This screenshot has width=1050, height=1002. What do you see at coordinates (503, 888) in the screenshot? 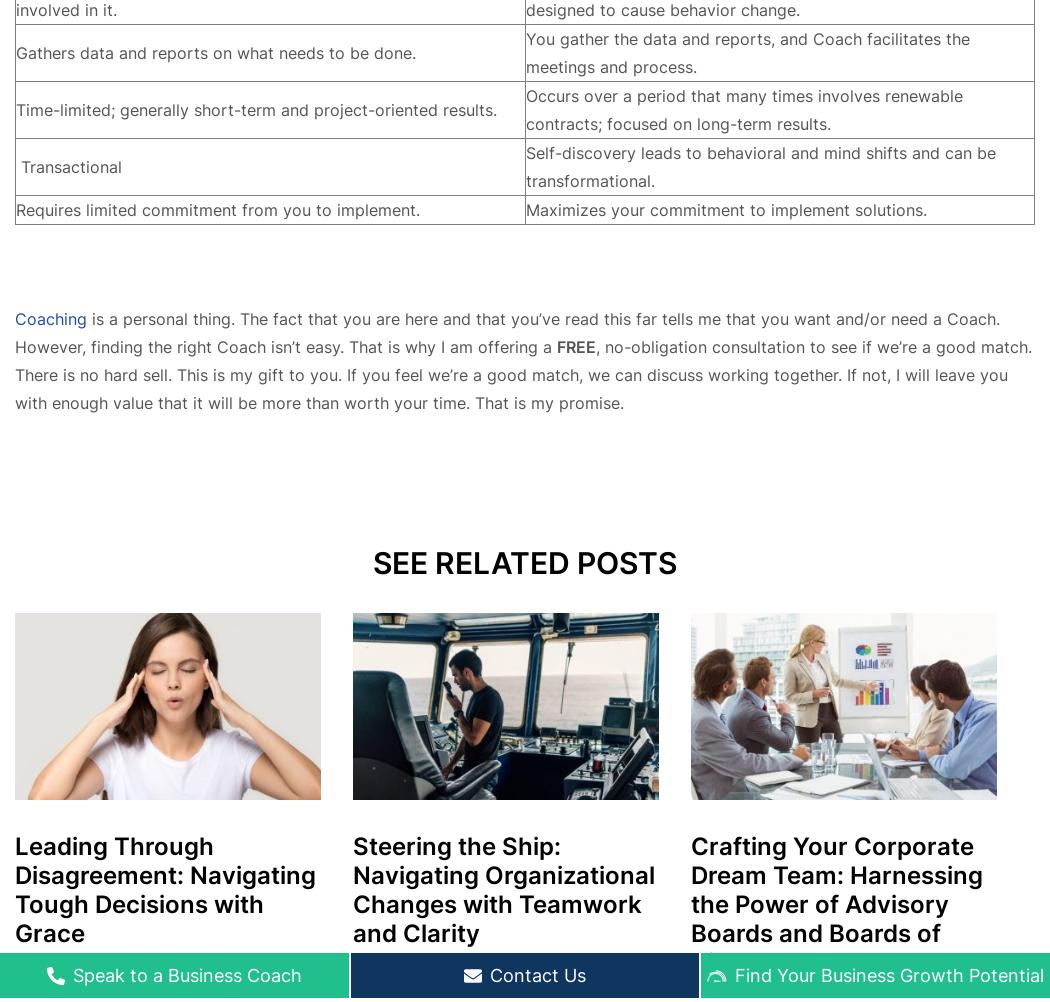
I see `'Steering the Ship: Navigating Organizational Changes with Teamwork and Clarity'` at bounding box center [503, 888].